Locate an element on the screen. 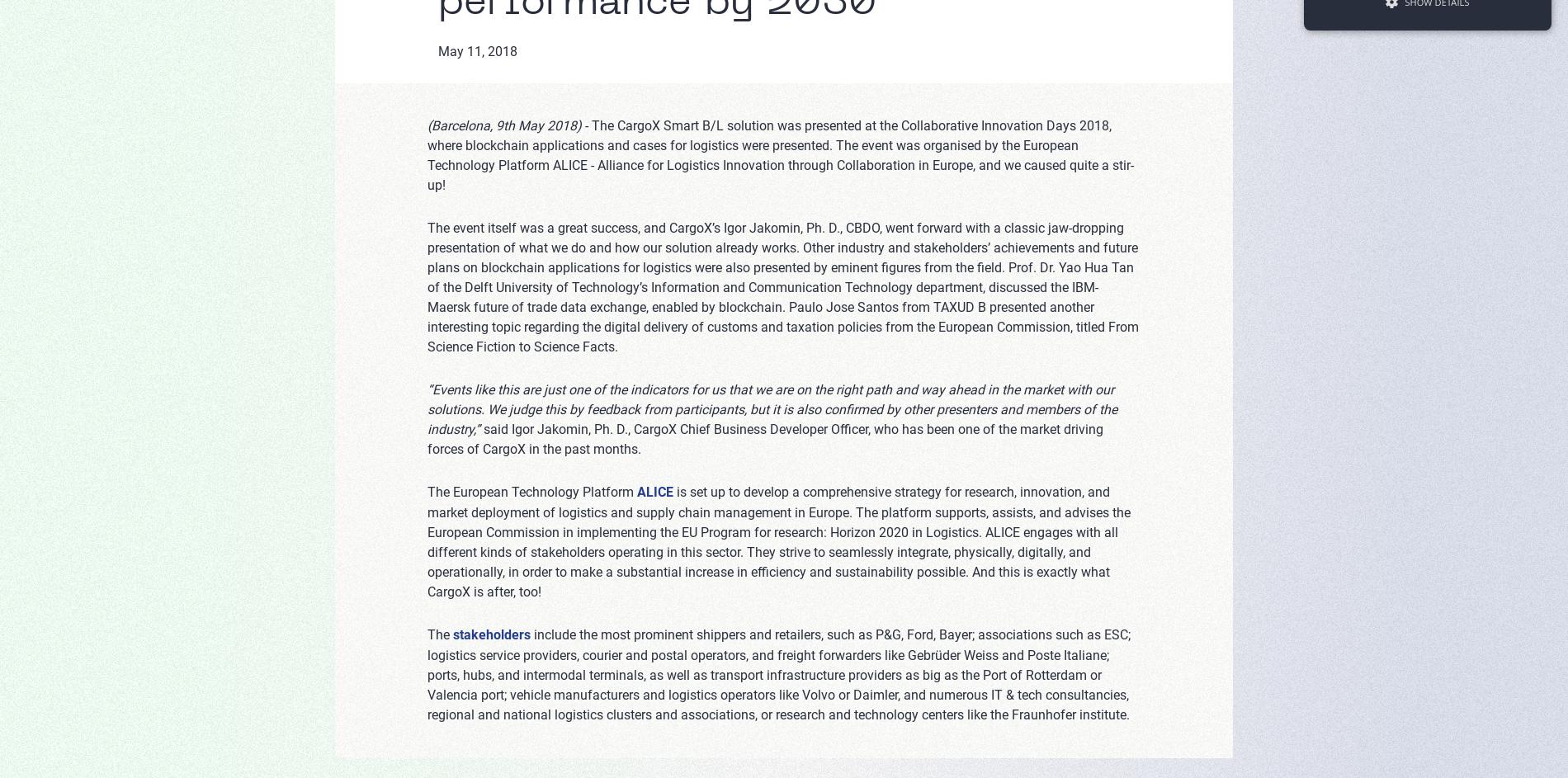  'The event itself was a great success, and CargoX’s Igor Jakomin, Ph. D., CBDO, went forward with a classic jaw-dropping presentation of what we do and how our solution already works. Other industry and stakeholders’ achievements and future plans on blockchain applications for logistics were also presented by eminent figures from the field. Prof. Dr. Yao Hua Tan of the Delft University of Technology’s Information and Communication Technology department, discussed the IBM-Maersk future of trade data exchange, enabled by blockchain. Paulo Jose Santos from TAXUD B presented another interesting topic regarding the digital delivery of customs and taxation policies from the European Commission, titled From Science Fiction to Science Facts.' is located at coordinates (782, 287).